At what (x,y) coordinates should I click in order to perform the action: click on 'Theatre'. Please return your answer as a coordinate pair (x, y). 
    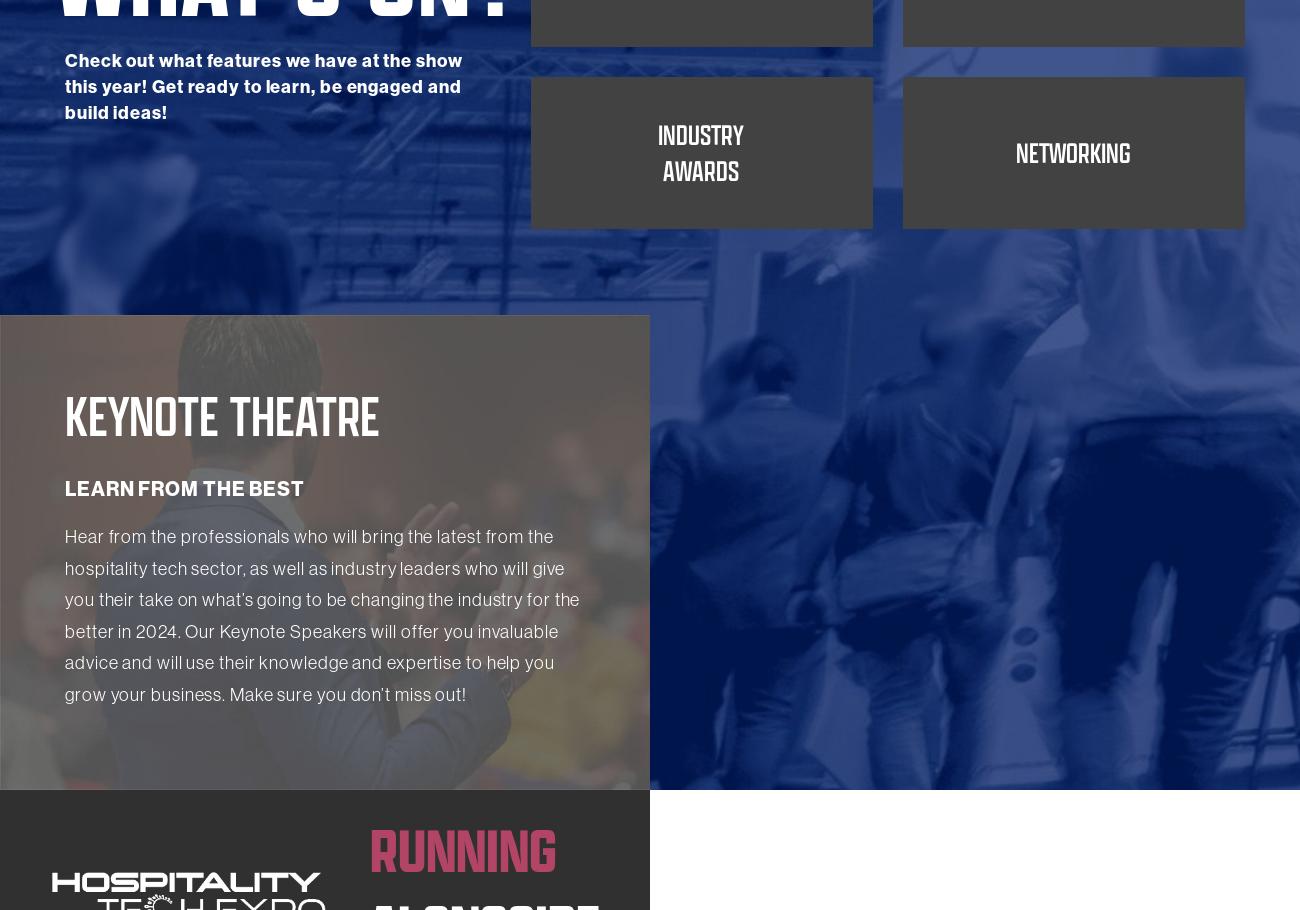
    Looking at the image, I should click on (699, 119).